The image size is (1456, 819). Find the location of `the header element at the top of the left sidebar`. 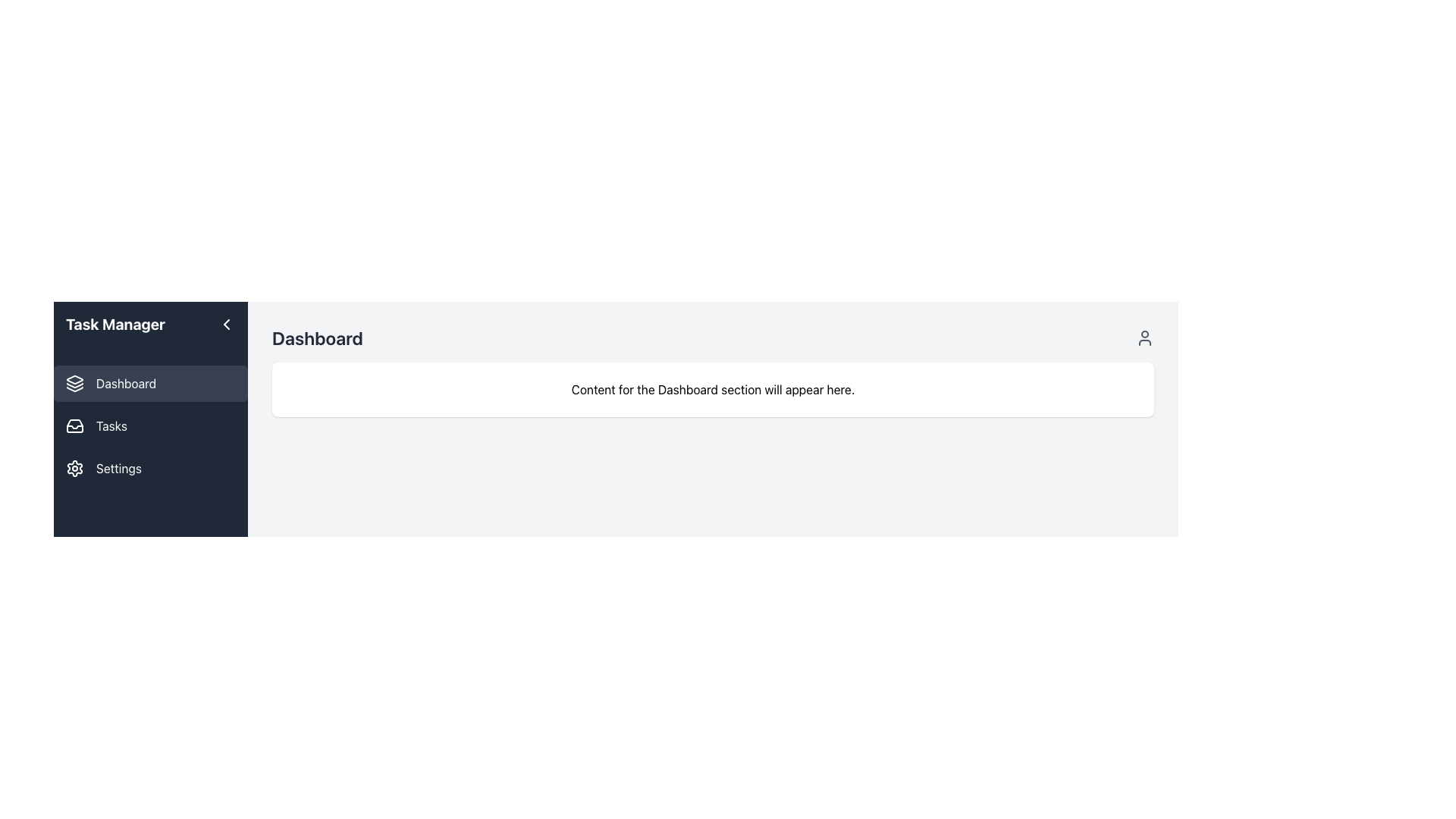

the header element at the top of the left sidebar is located at coordinates (150, 324).